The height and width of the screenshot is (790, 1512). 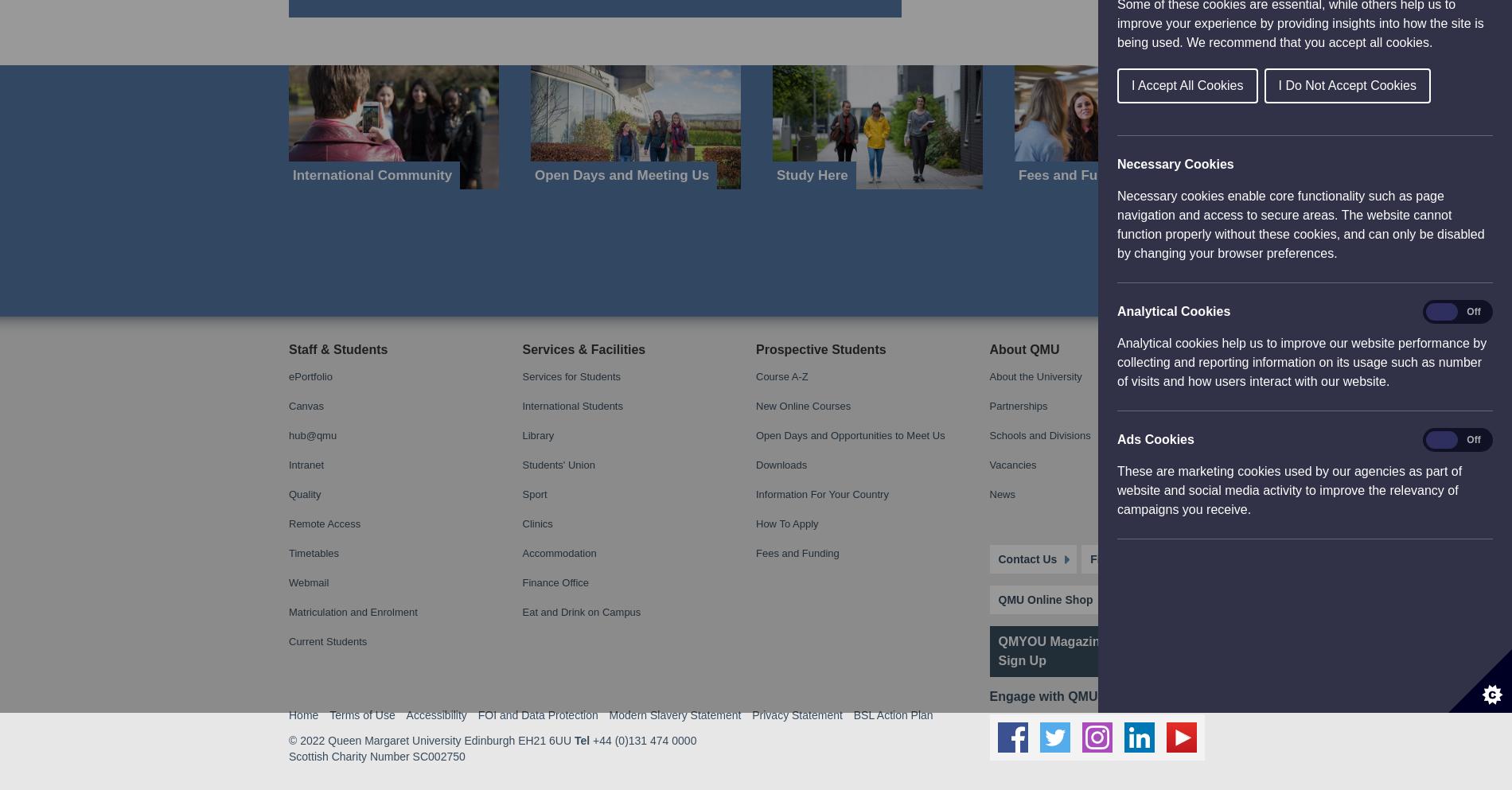 I want to click on 'Queen Margaret University Edinburgh EH21 6UU', so click(x=450, y=33).